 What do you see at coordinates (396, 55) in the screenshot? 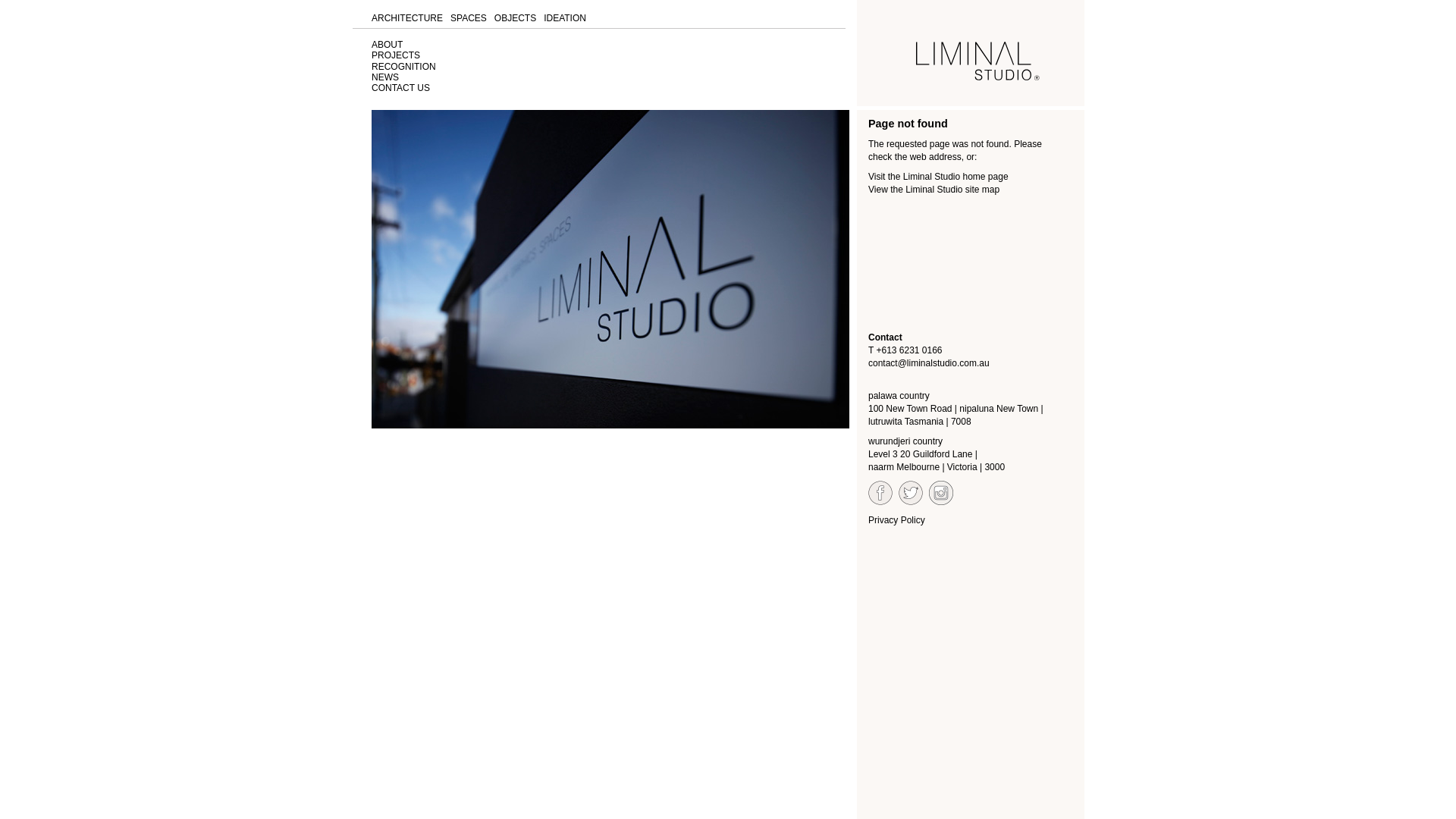
I see `'PROJECTS'` at bounding box center [396, 55].